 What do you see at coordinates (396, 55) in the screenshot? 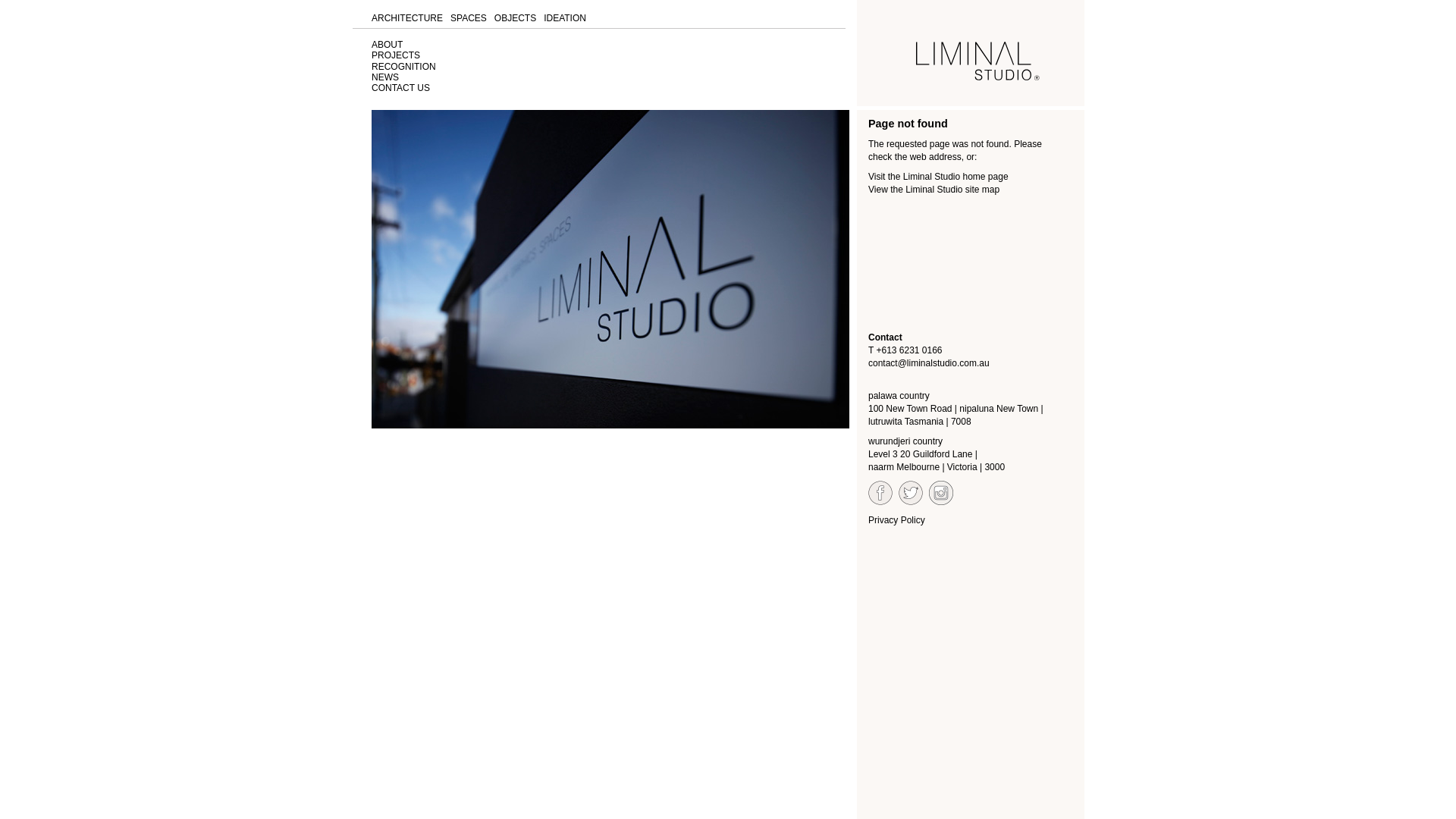
I see `'PROJECTS'` at bounding box center [396, 55].